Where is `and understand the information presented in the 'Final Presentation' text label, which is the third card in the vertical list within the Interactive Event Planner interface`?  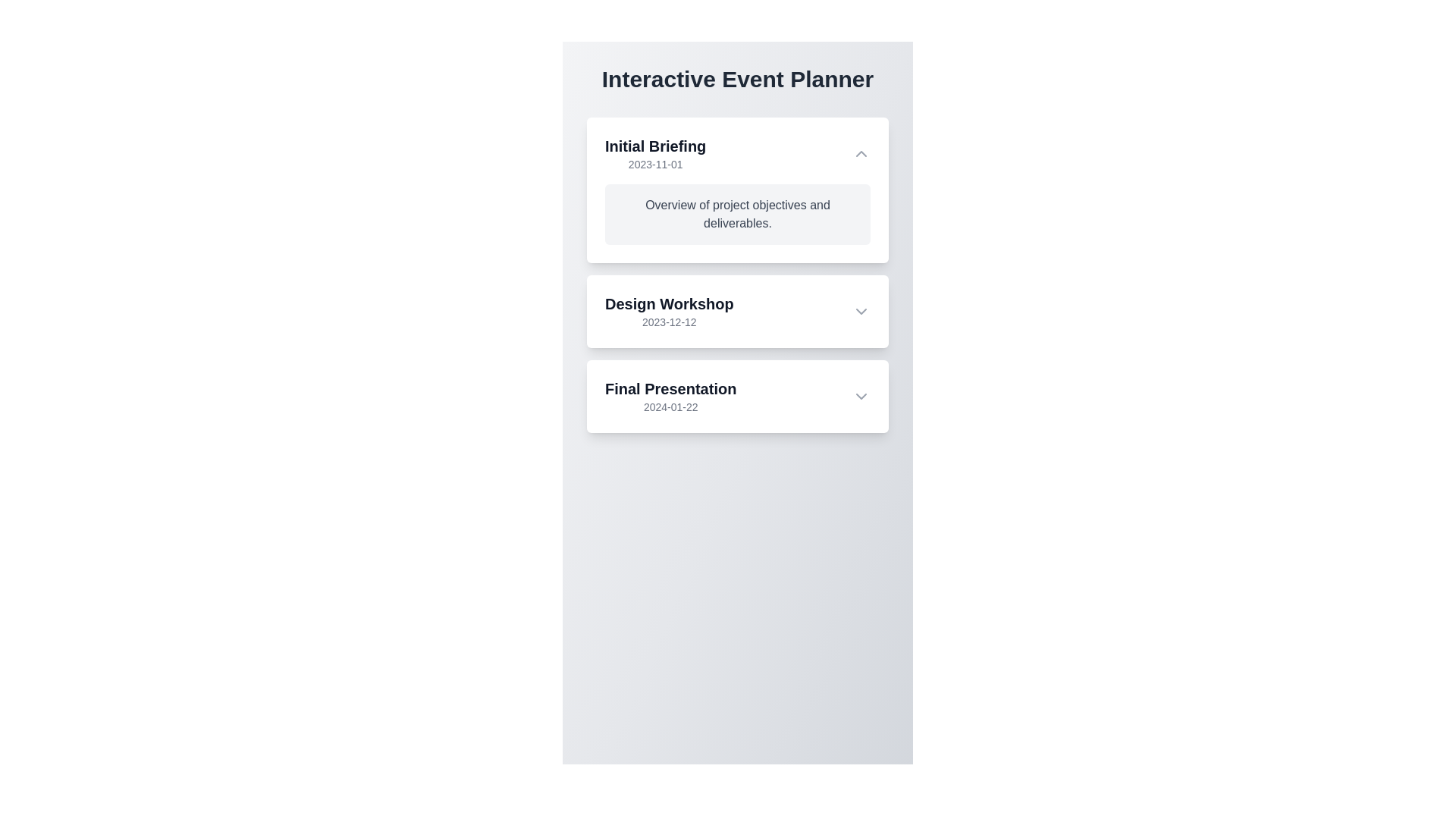 and understand the information presented in the 'Final Presentation' text label, which is the third card in the vertical list within the Interactive Event Planner interface is located at coordinates (670, 396).